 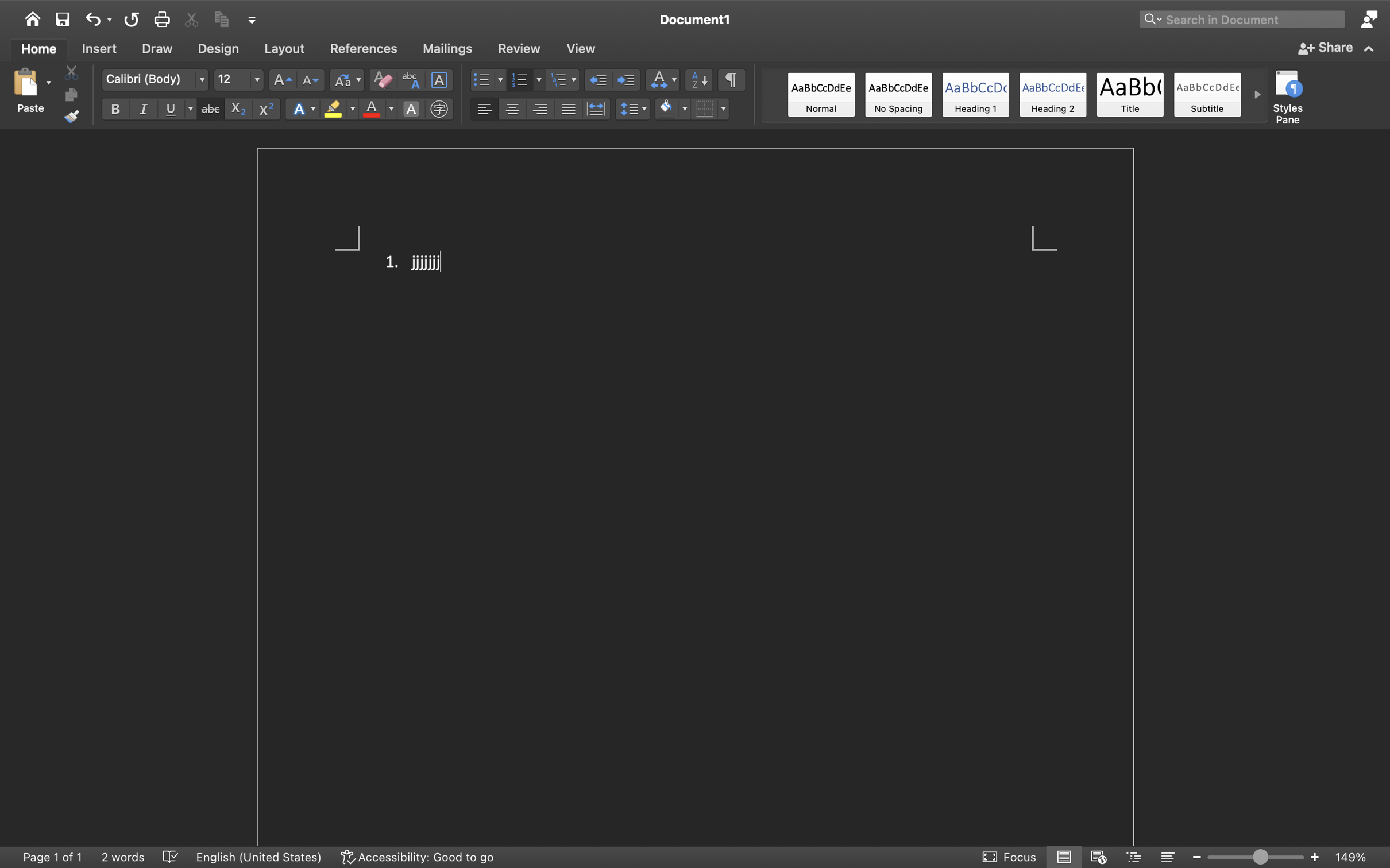 What do you see at coordinates (238, 80) in the screenshot?
I see `'12'` at bounding box center [238, 80].